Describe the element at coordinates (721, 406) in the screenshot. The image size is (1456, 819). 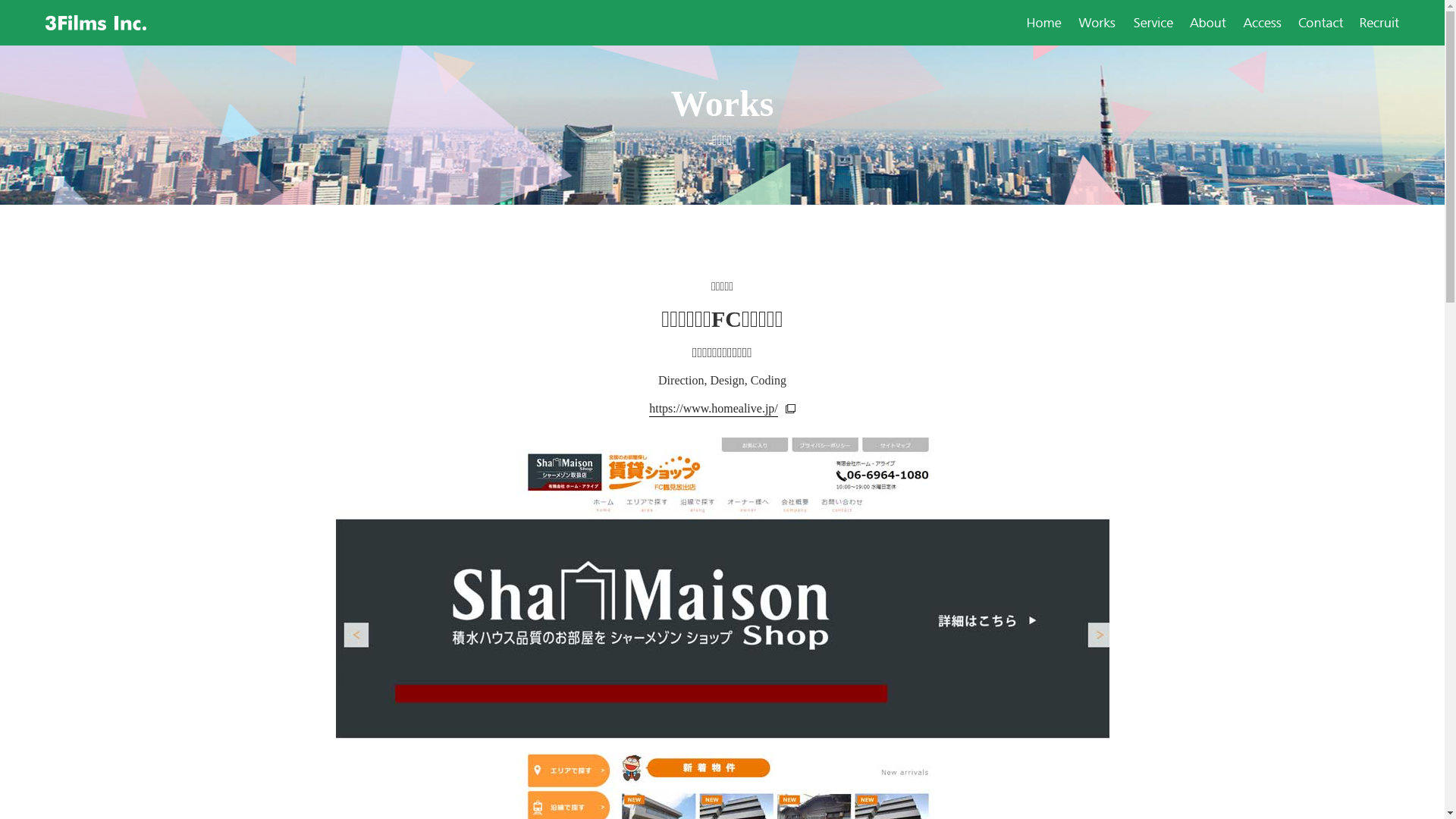
I see `'https://www.homealive.jp/'` at that location.